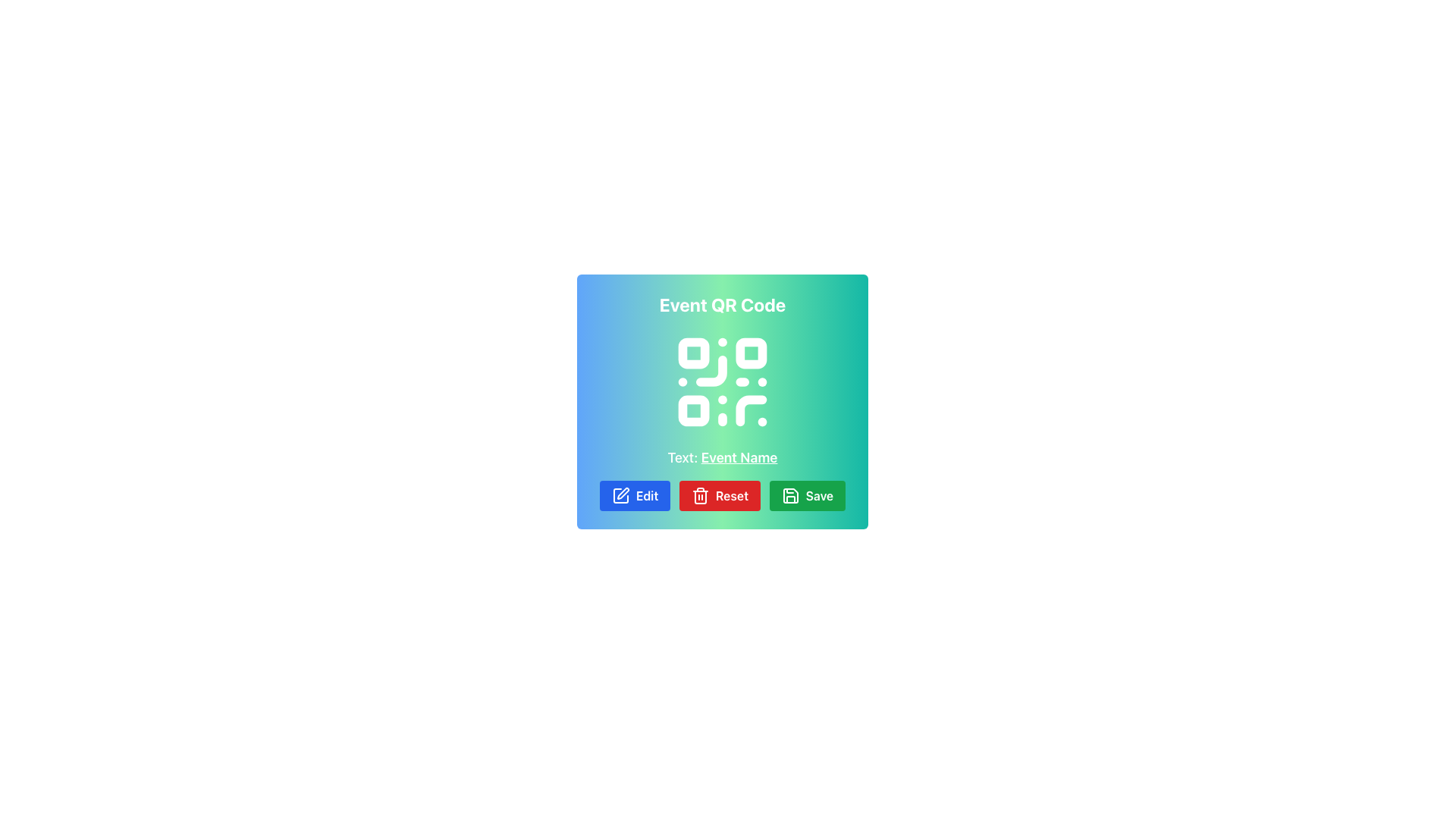  I want to click on the curved line in the QR code graphic located at the center of the interface, specifically in the middle area leading from the top to the left side of the design, so click(711, 371).